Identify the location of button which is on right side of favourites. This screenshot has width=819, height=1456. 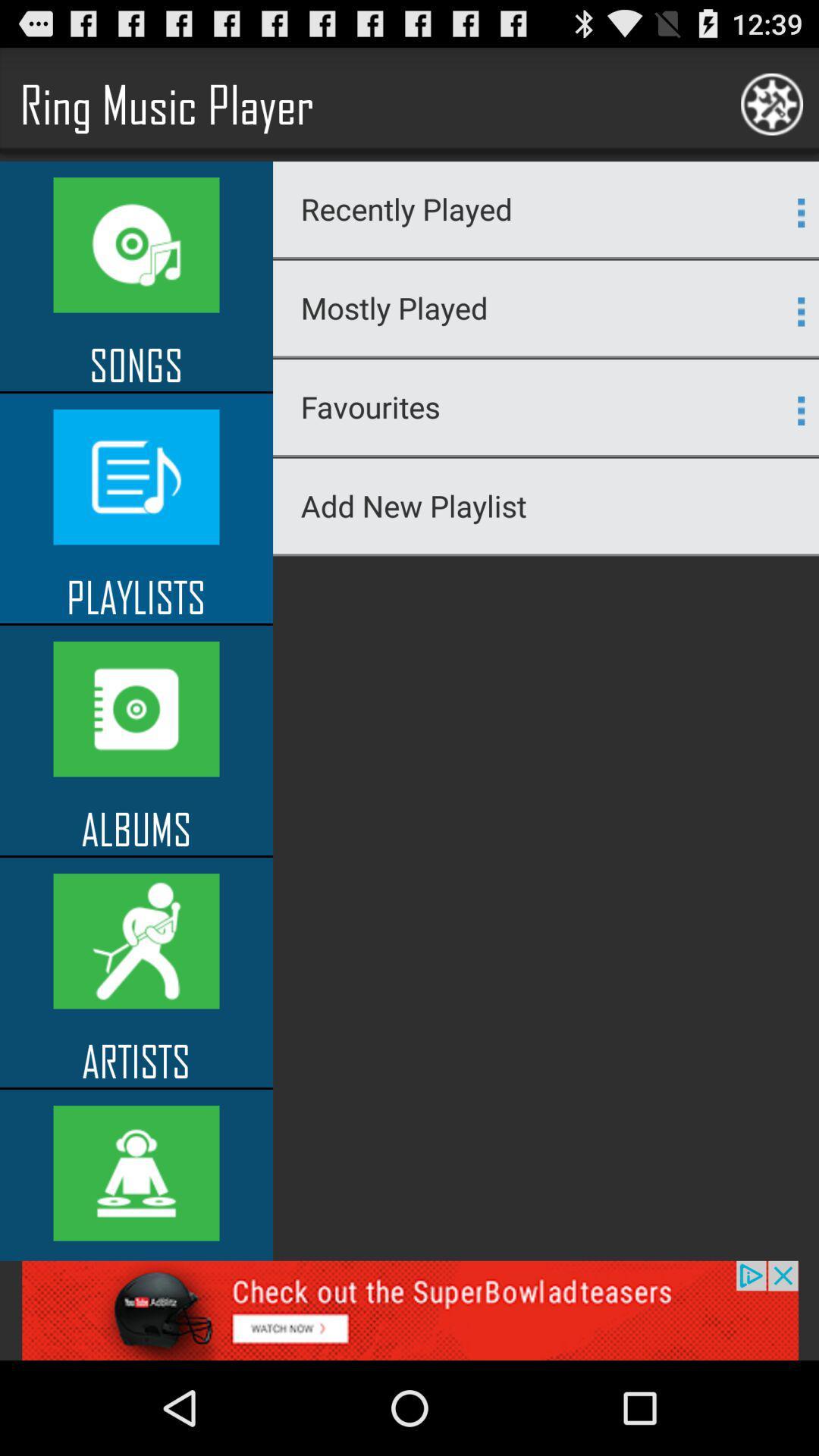
(800, 411).